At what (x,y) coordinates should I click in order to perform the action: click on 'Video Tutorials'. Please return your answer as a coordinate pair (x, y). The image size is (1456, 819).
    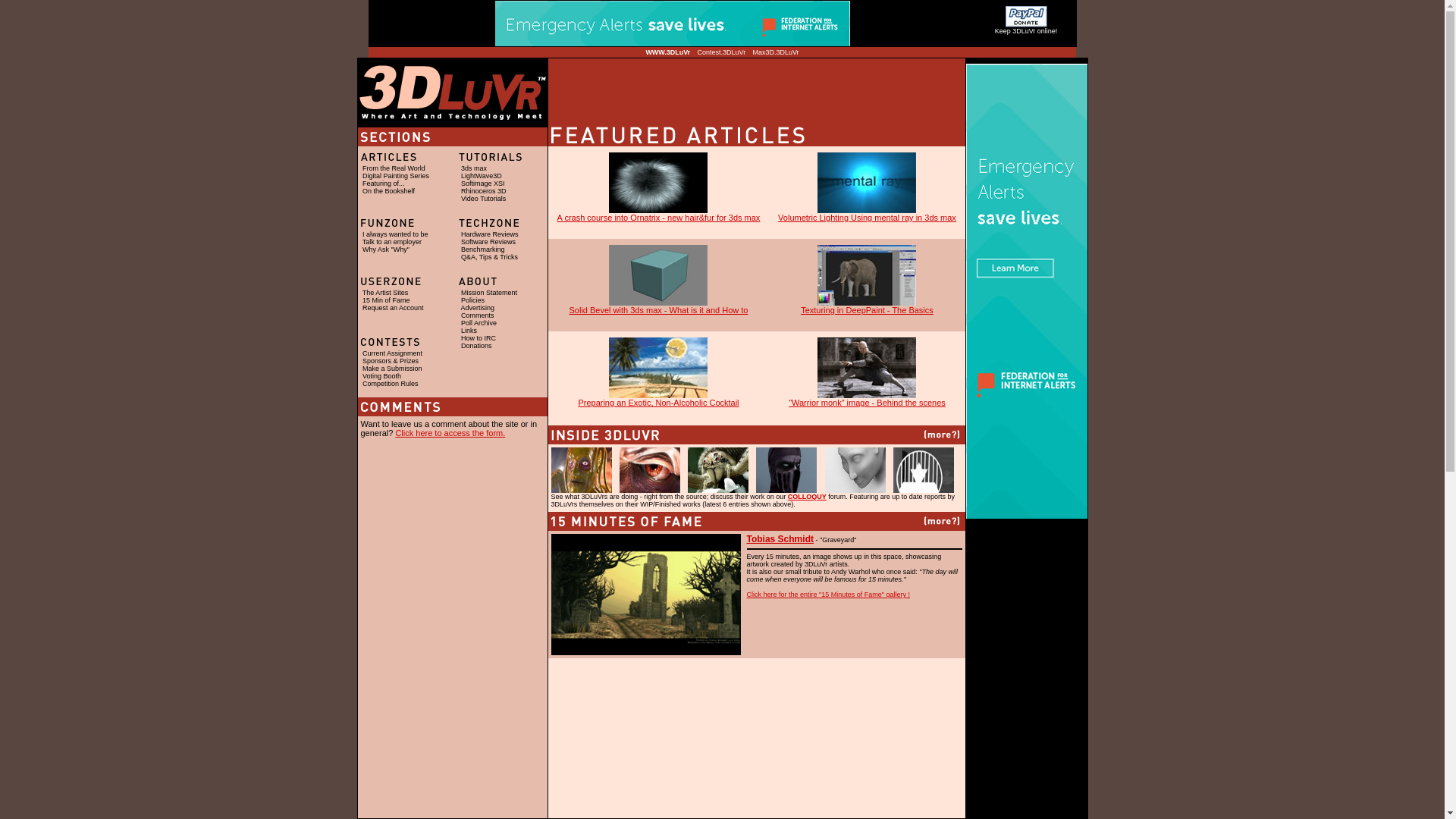
    Looking at the image, I should click on (460, 198).